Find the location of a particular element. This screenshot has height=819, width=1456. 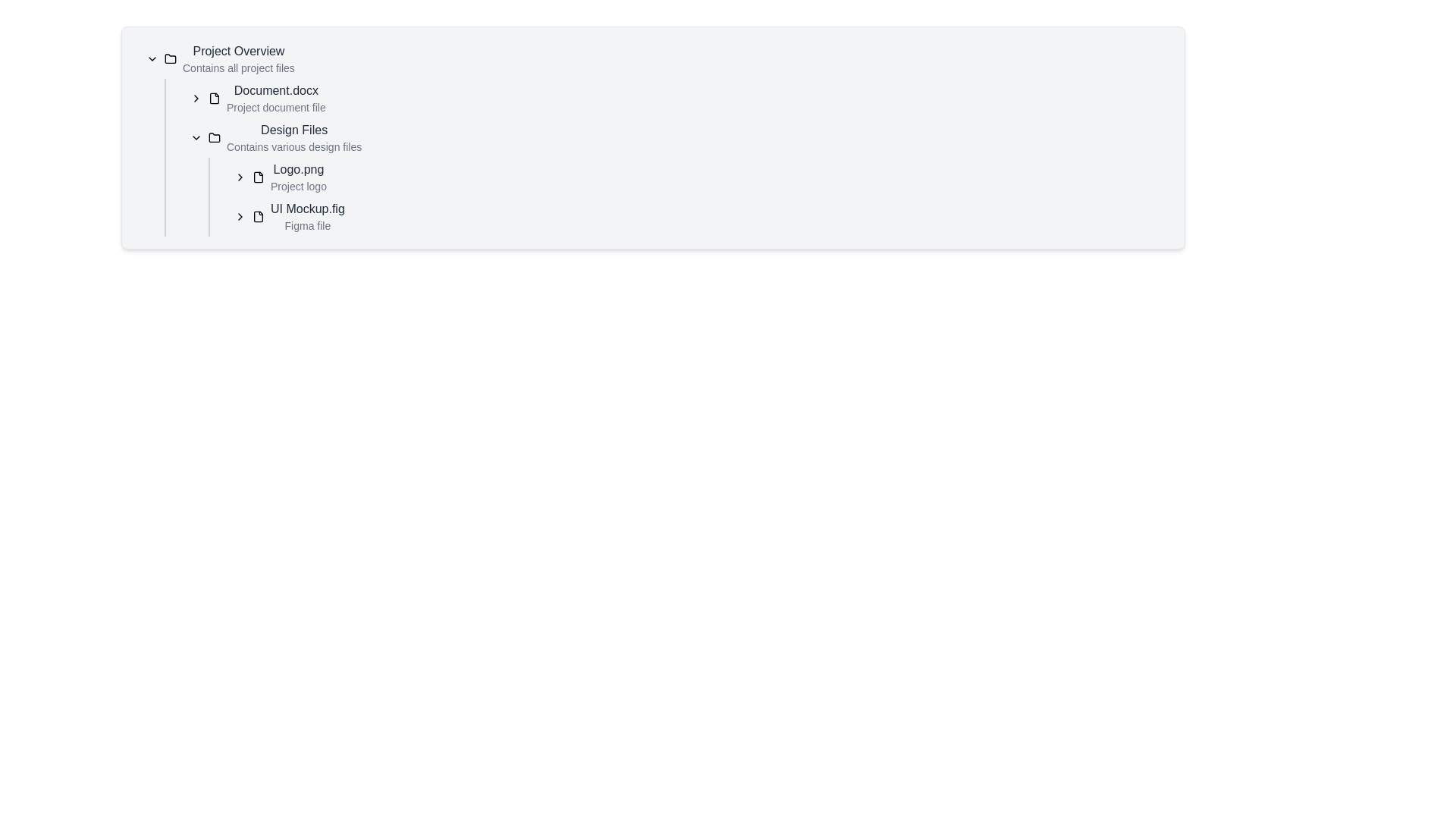

the folder icon associated with 'Design Files' located in the 'Project Overview' section is located at coordinates (214, 137).